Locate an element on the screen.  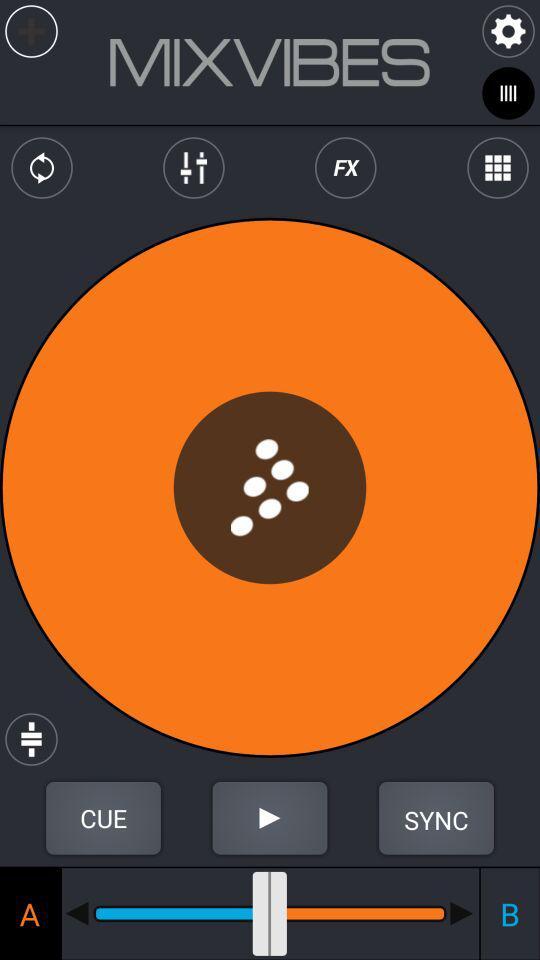
the minus icon is located at coordinates (76, 913).